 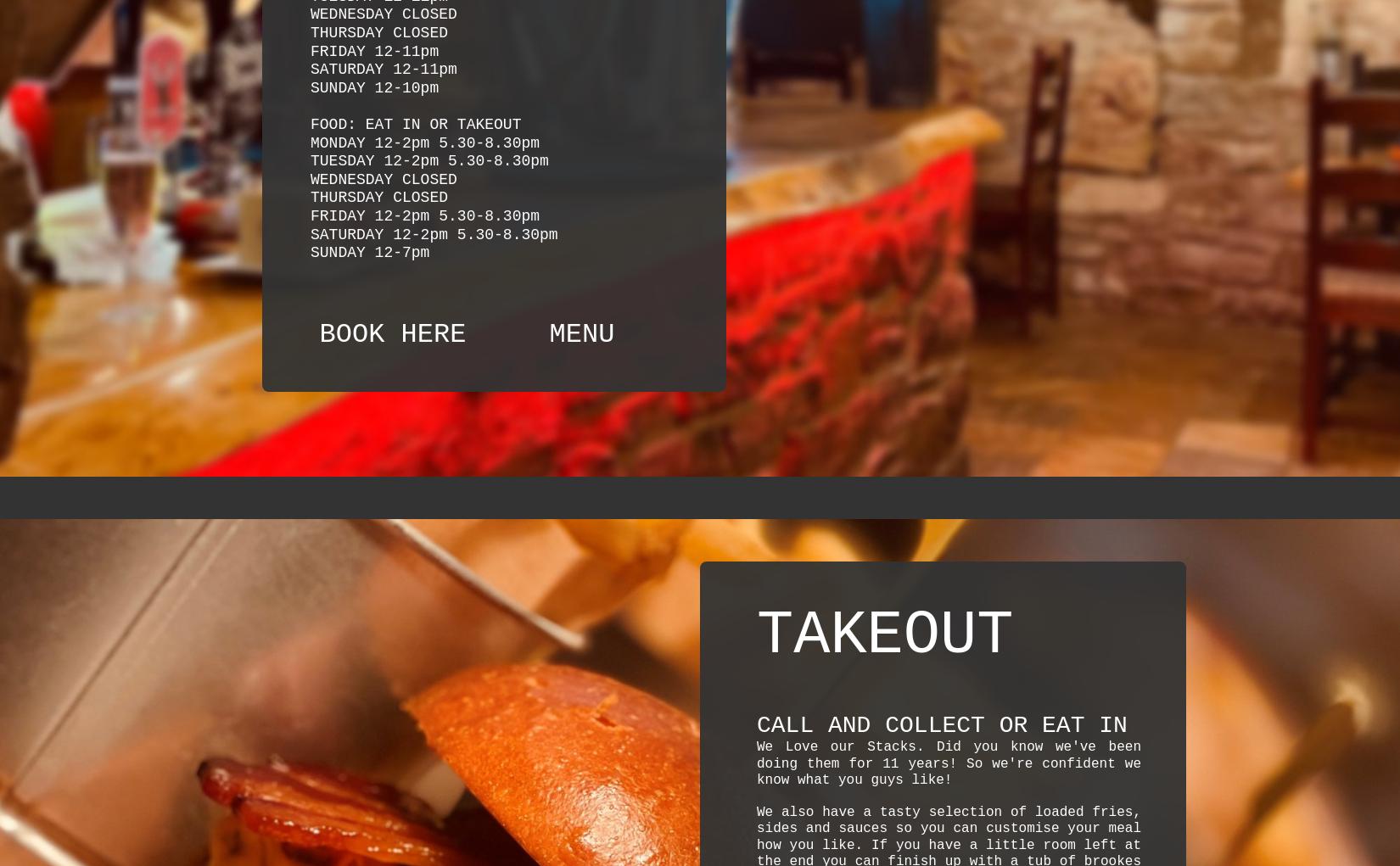 What do you see at coordinates (373, 51) in the screenshot?
I see `'FRIDAY 12-11pm'` at bounding box center [373, 51].